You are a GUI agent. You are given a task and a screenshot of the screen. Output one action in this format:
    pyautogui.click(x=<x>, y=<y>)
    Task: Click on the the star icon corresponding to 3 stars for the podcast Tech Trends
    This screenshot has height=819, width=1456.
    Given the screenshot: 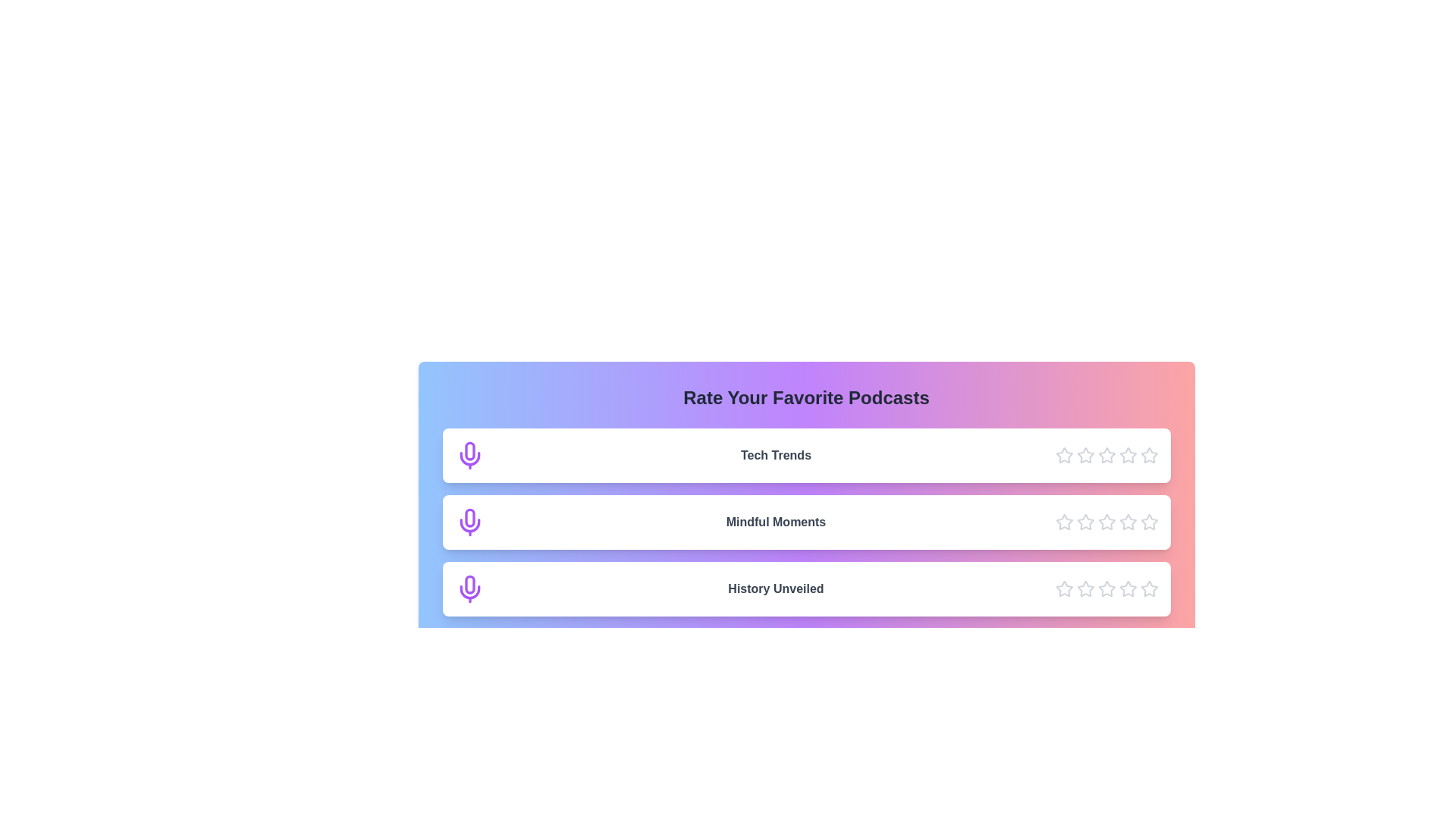 What is the action you would take?
    pyautogui.click(x=1106, y=455)
    